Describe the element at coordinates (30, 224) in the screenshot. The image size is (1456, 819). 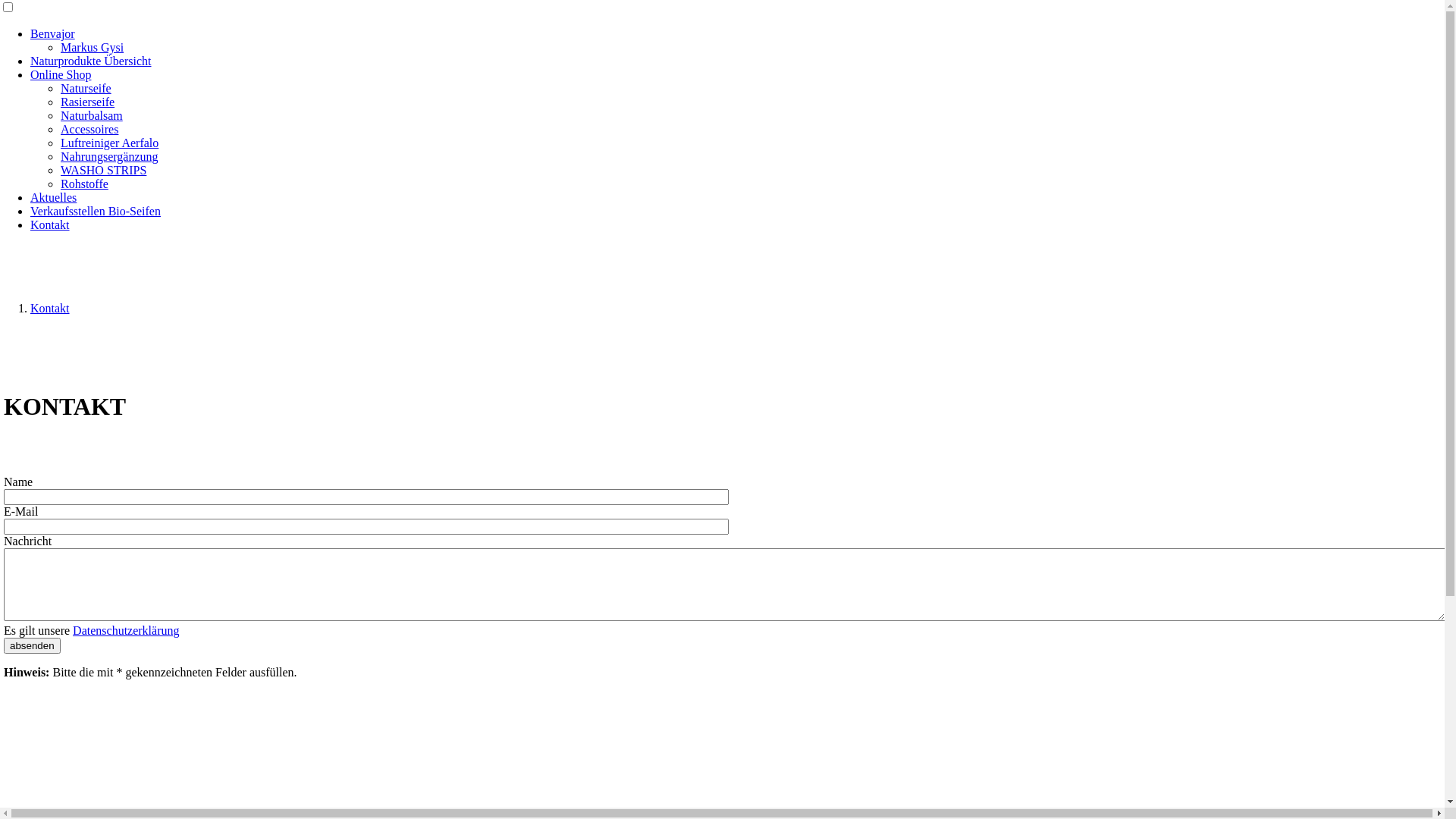
I see `'Kontakt'` at that location.